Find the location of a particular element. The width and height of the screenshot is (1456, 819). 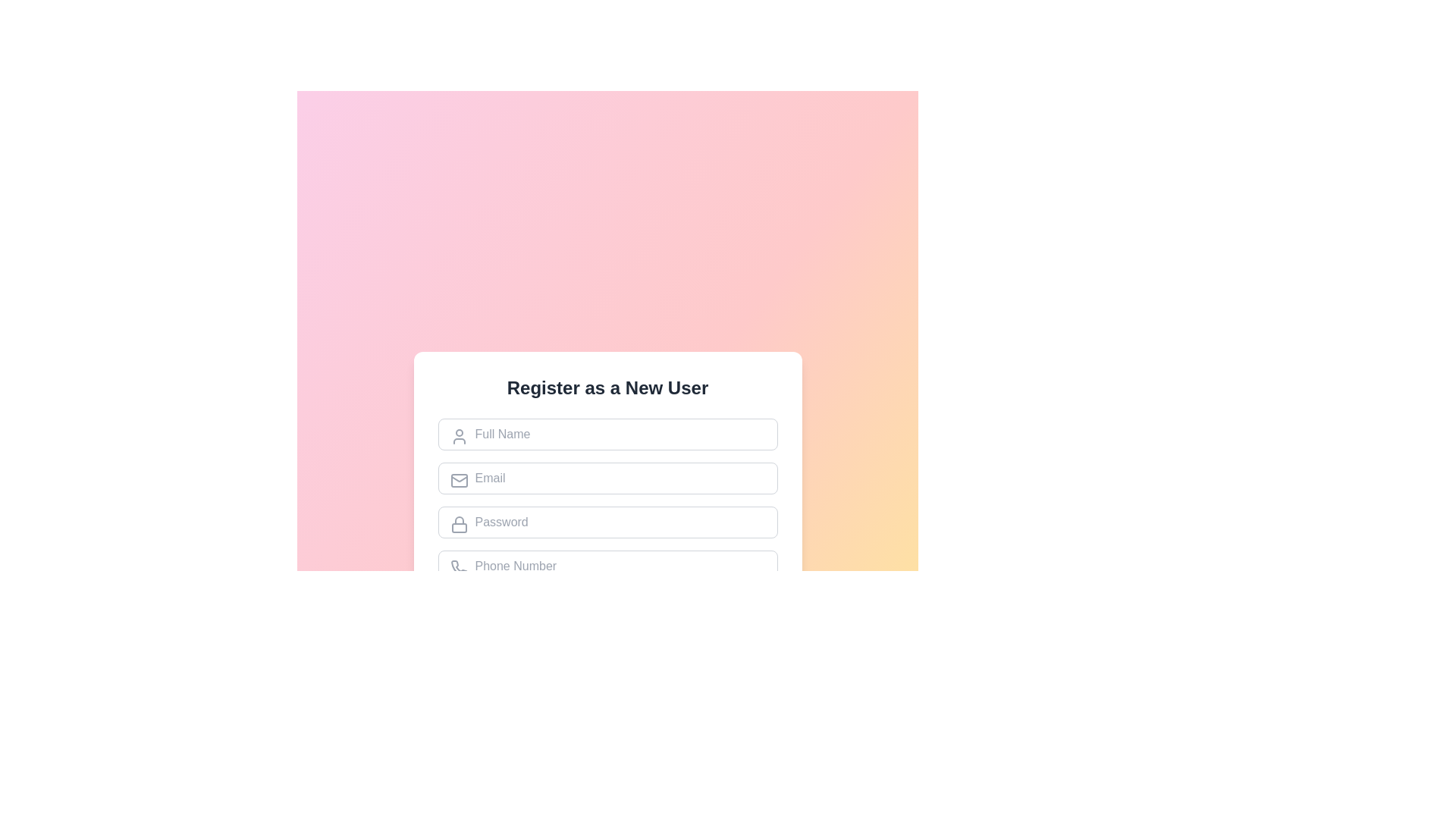

the lower rectangular box of the mail icon representation, which is part of the SVG-based mail icon, located to the left of the 'Email' input field's label text is located at coordinates (458, 480).